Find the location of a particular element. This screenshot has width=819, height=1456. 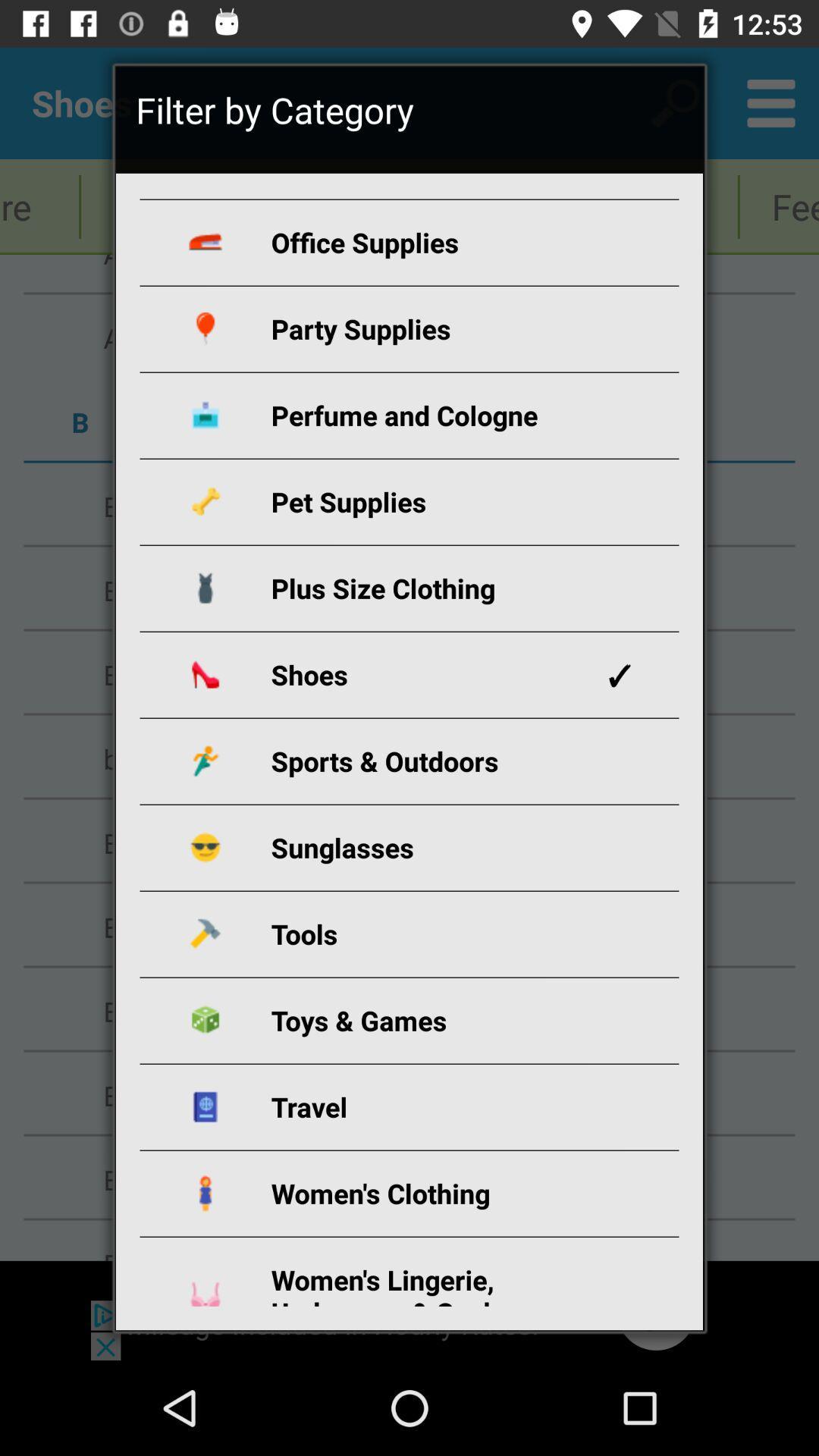

the travel item is located at coordinates (427, 1106).